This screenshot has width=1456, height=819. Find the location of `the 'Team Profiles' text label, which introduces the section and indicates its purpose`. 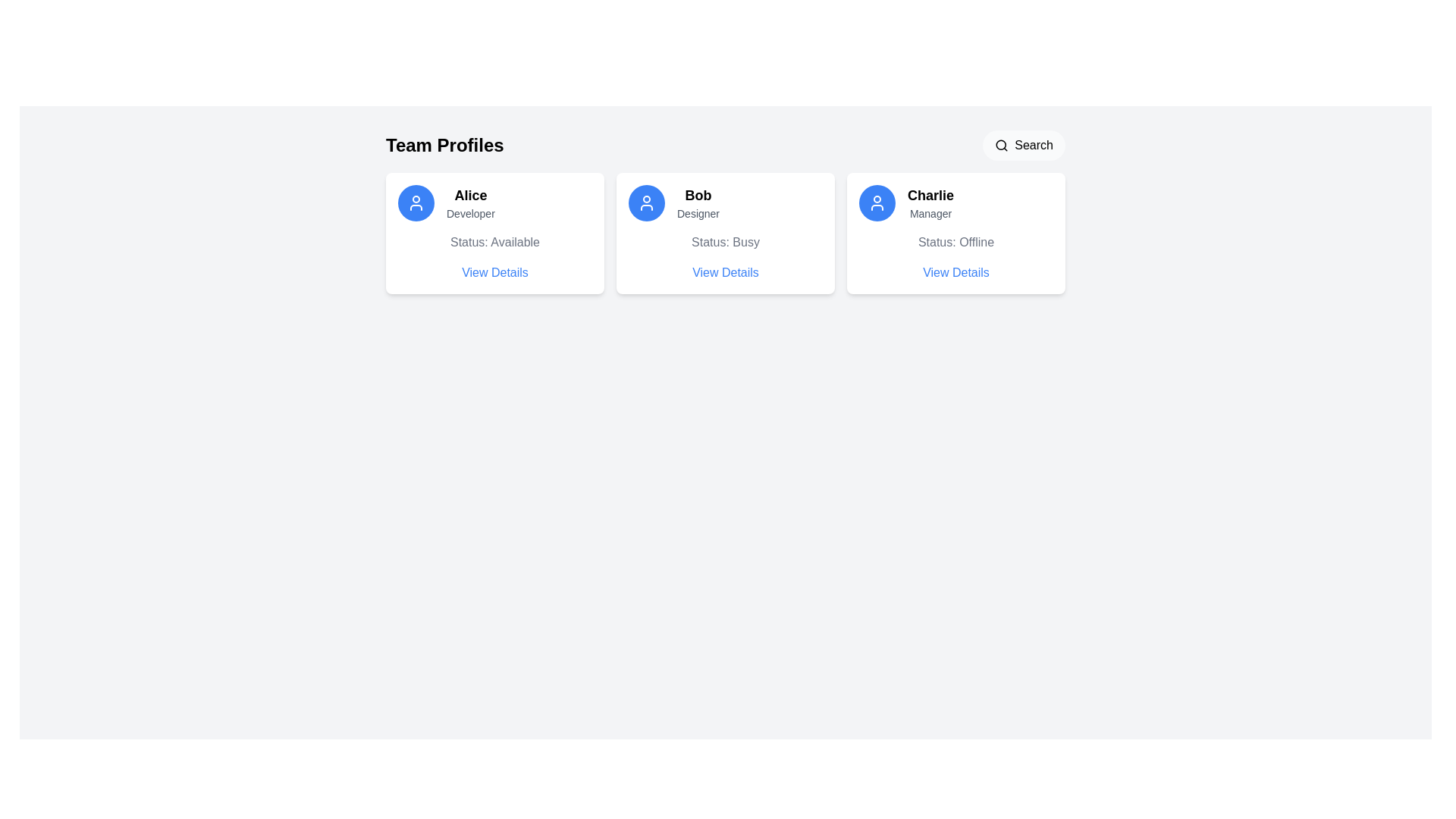

the 'Team Profiles' text label, which introduces the section and indicates its purpose is located at coordinates (444, 146).